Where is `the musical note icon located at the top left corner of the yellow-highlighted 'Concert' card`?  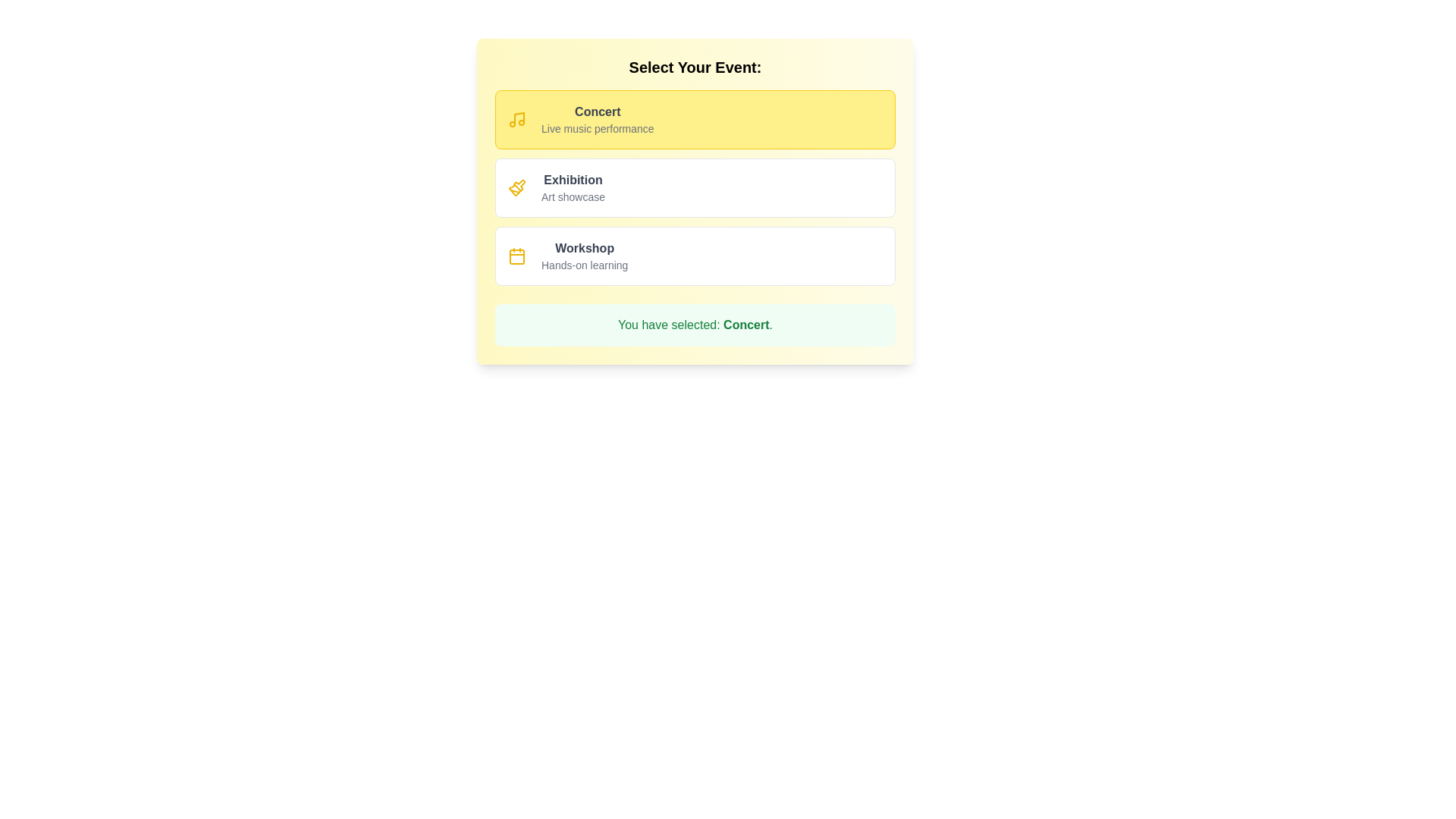
the musical note icon located at the top left corner of the yellow-highlighted 'Concert' card is located at coordinates (516, 119).